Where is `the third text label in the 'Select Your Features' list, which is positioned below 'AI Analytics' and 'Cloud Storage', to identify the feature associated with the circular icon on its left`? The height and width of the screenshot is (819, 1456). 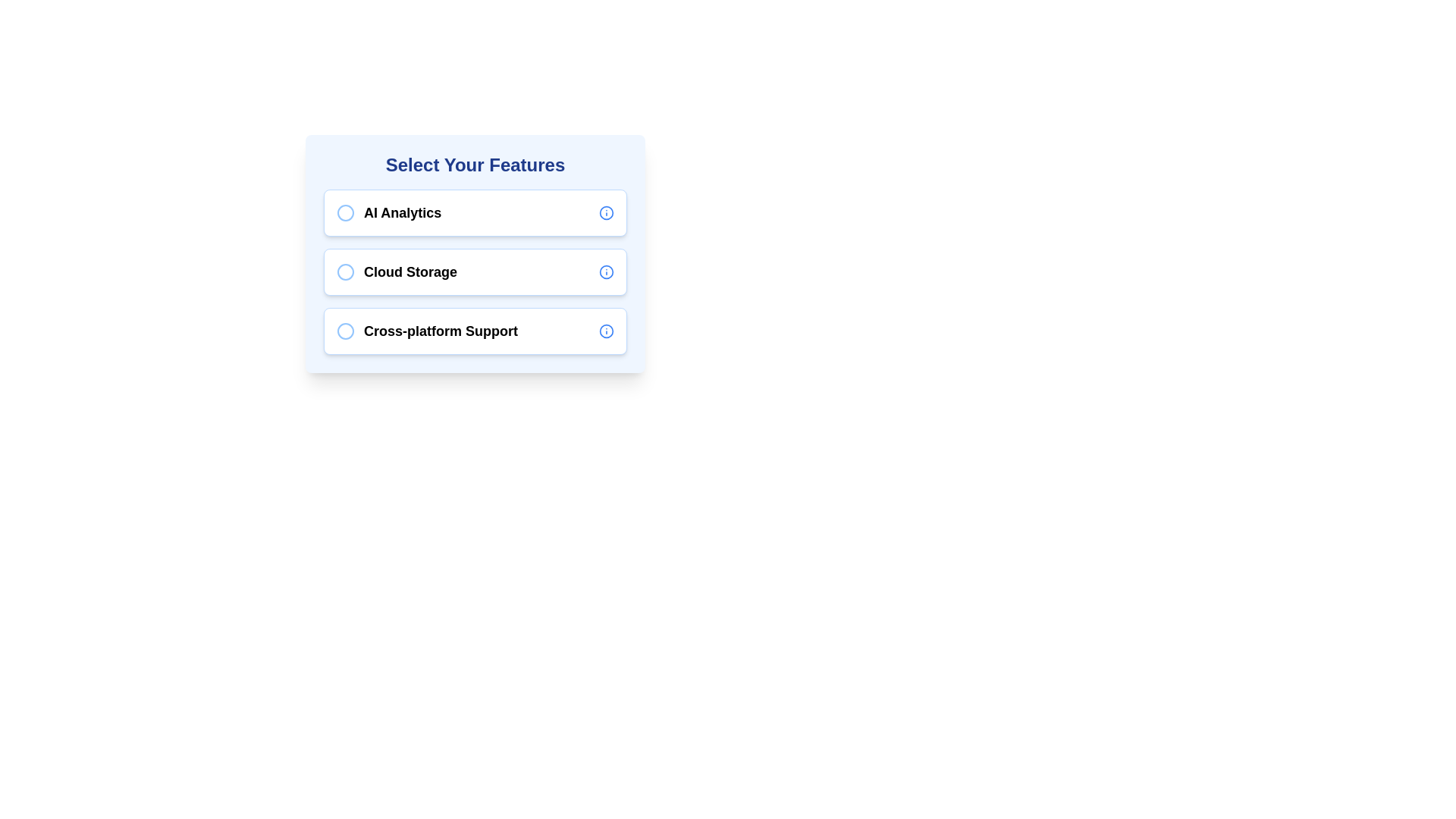
the third text label in the 'Select Your Features' list, which is positioned below 'AI Analytics' and 'Cloud Storage', to identify the feature associated with the circular icon on its left is located at coordinates (440, 330).